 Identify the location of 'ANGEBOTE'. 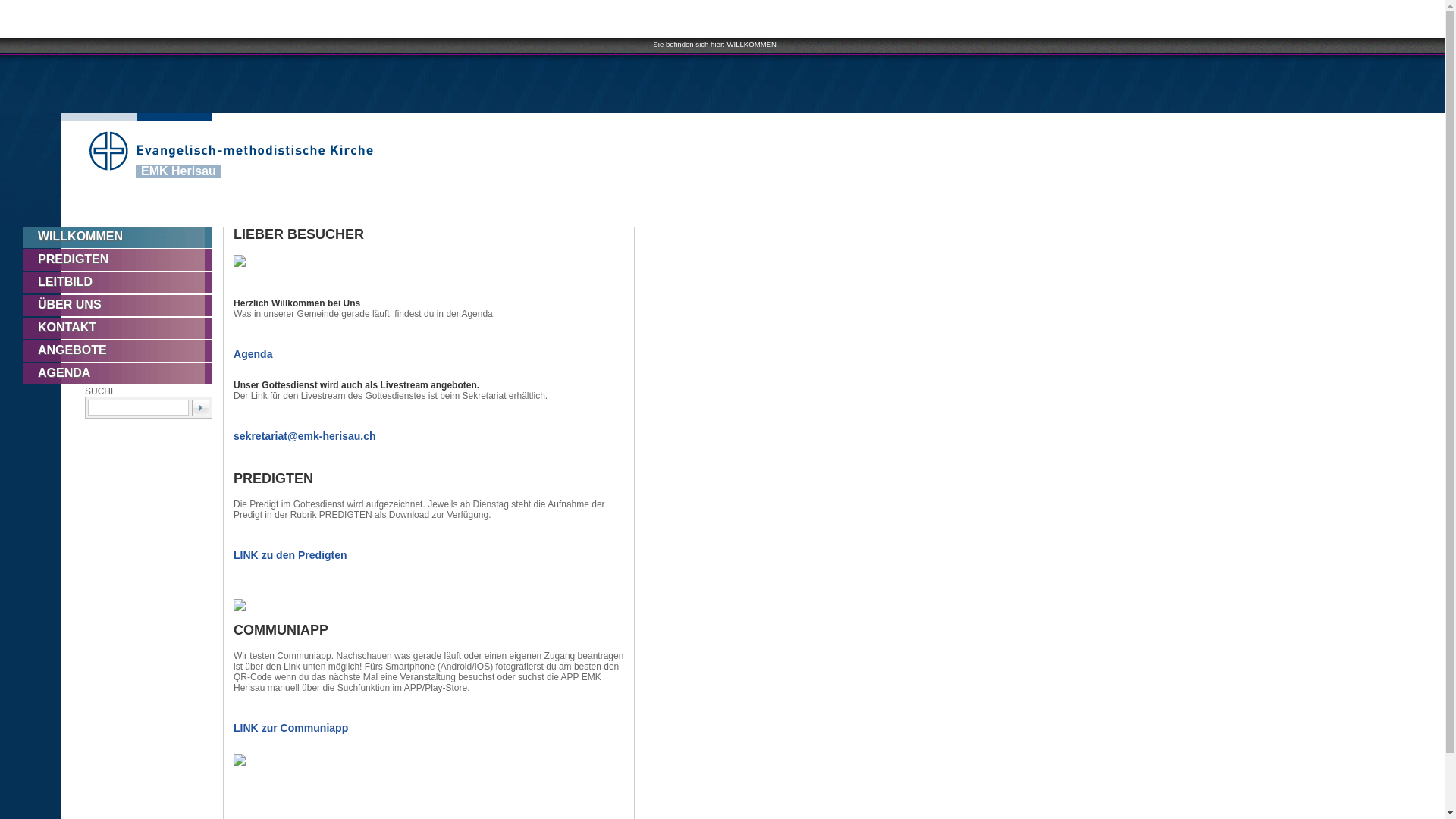
(22, 350).